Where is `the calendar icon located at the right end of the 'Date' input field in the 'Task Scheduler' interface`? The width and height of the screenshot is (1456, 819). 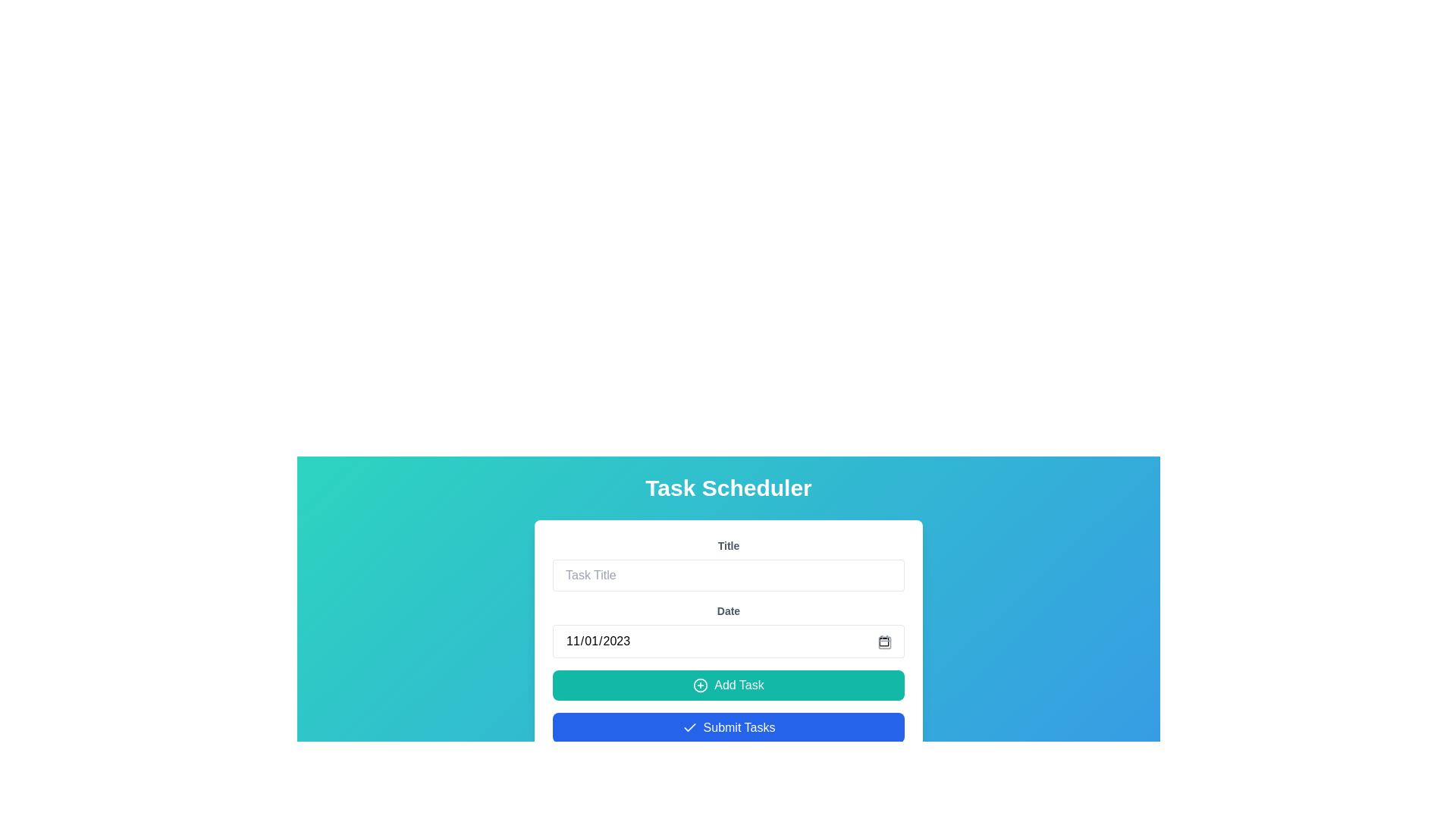 the calendar icon located at the right end of the 'Date' input field in the 'Task Scheduler' interface is located at coordinates (884, 641).